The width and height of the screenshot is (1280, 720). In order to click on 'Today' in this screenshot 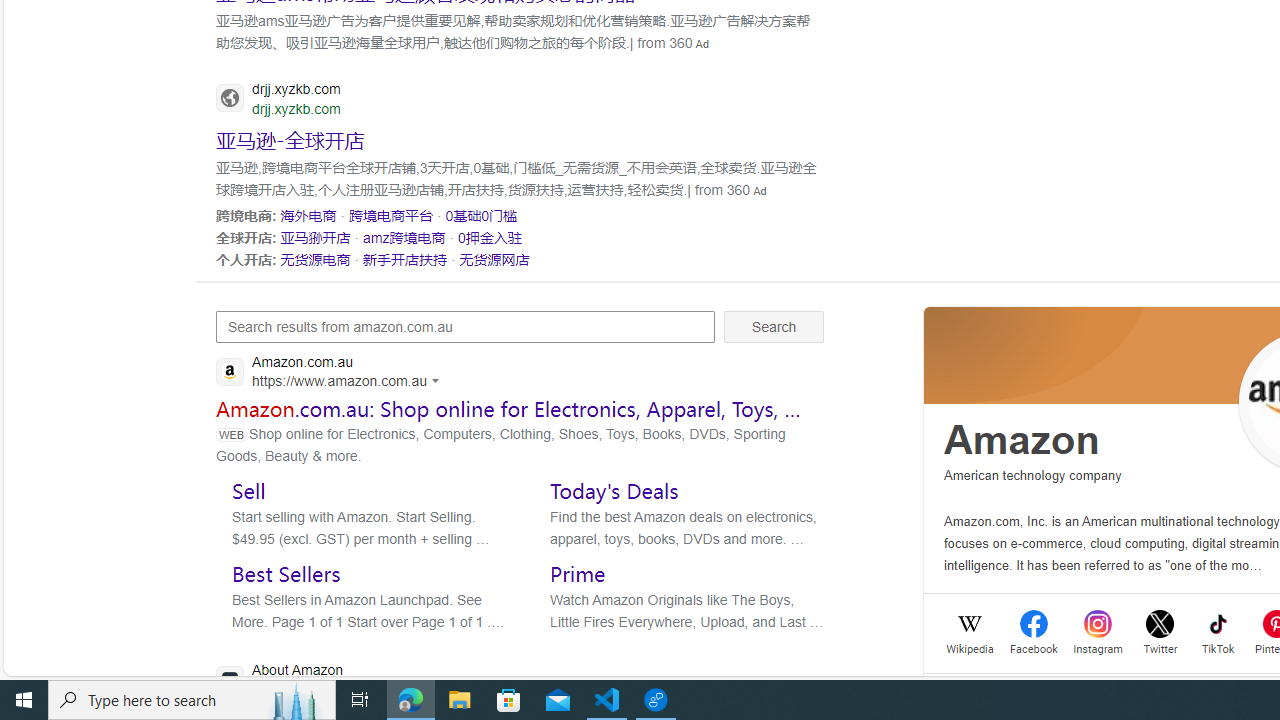, I will do `click(613, 490)`.